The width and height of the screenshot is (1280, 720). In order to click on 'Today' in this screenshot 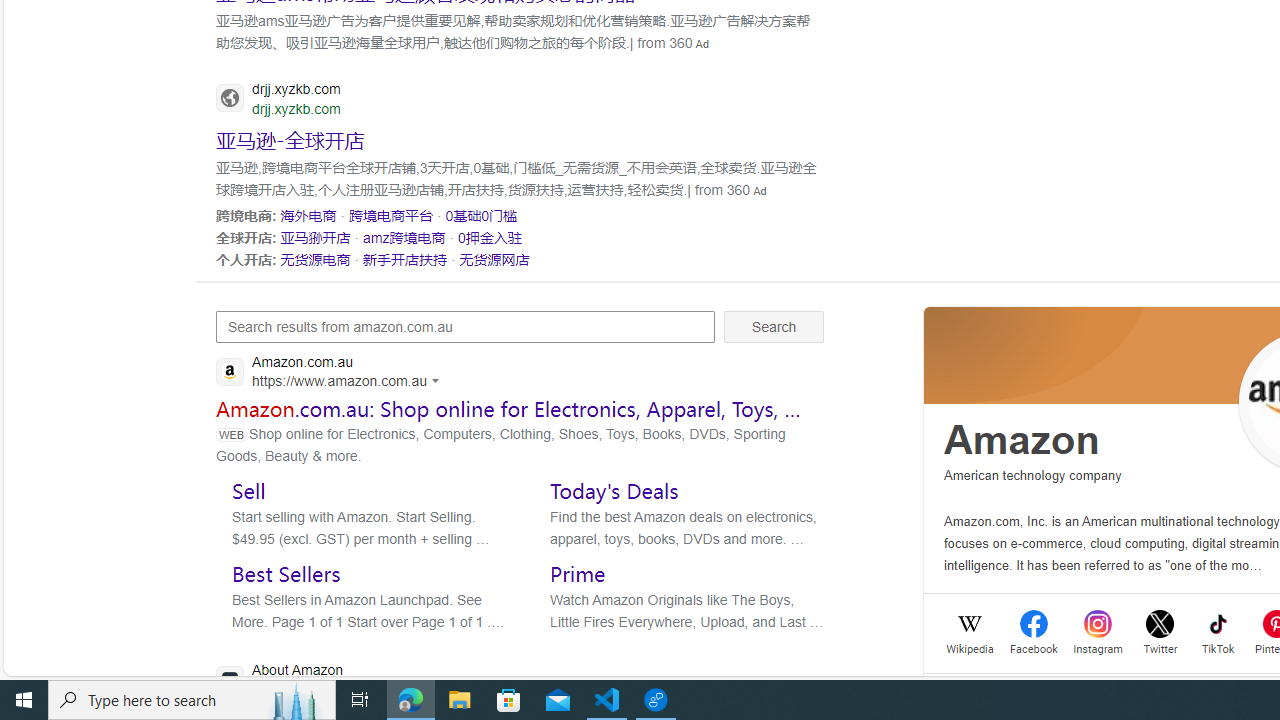, I will do `click(613, 490)`.